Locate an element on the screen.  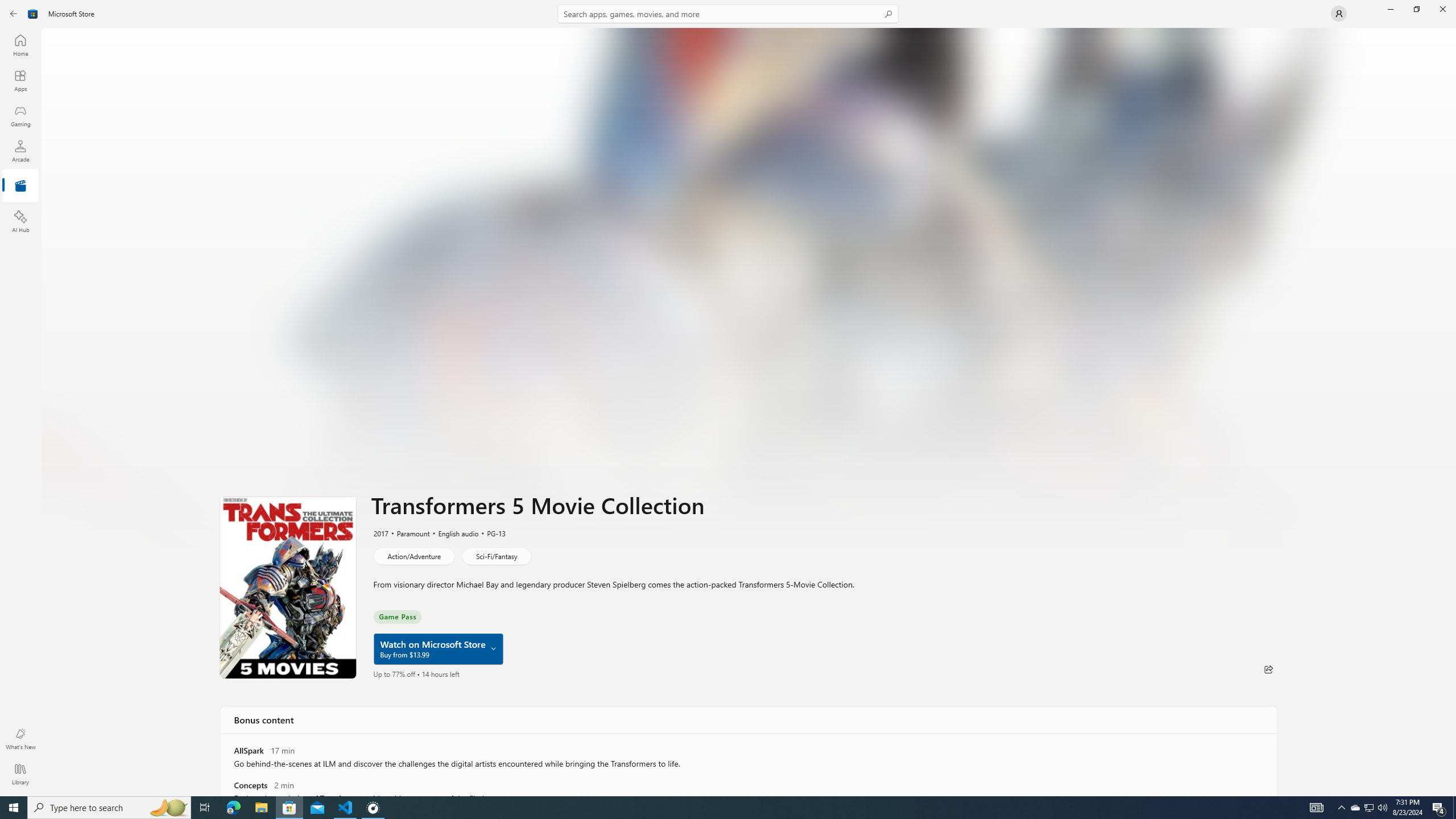
'Entertainment' is located at coordinates (19, 185).